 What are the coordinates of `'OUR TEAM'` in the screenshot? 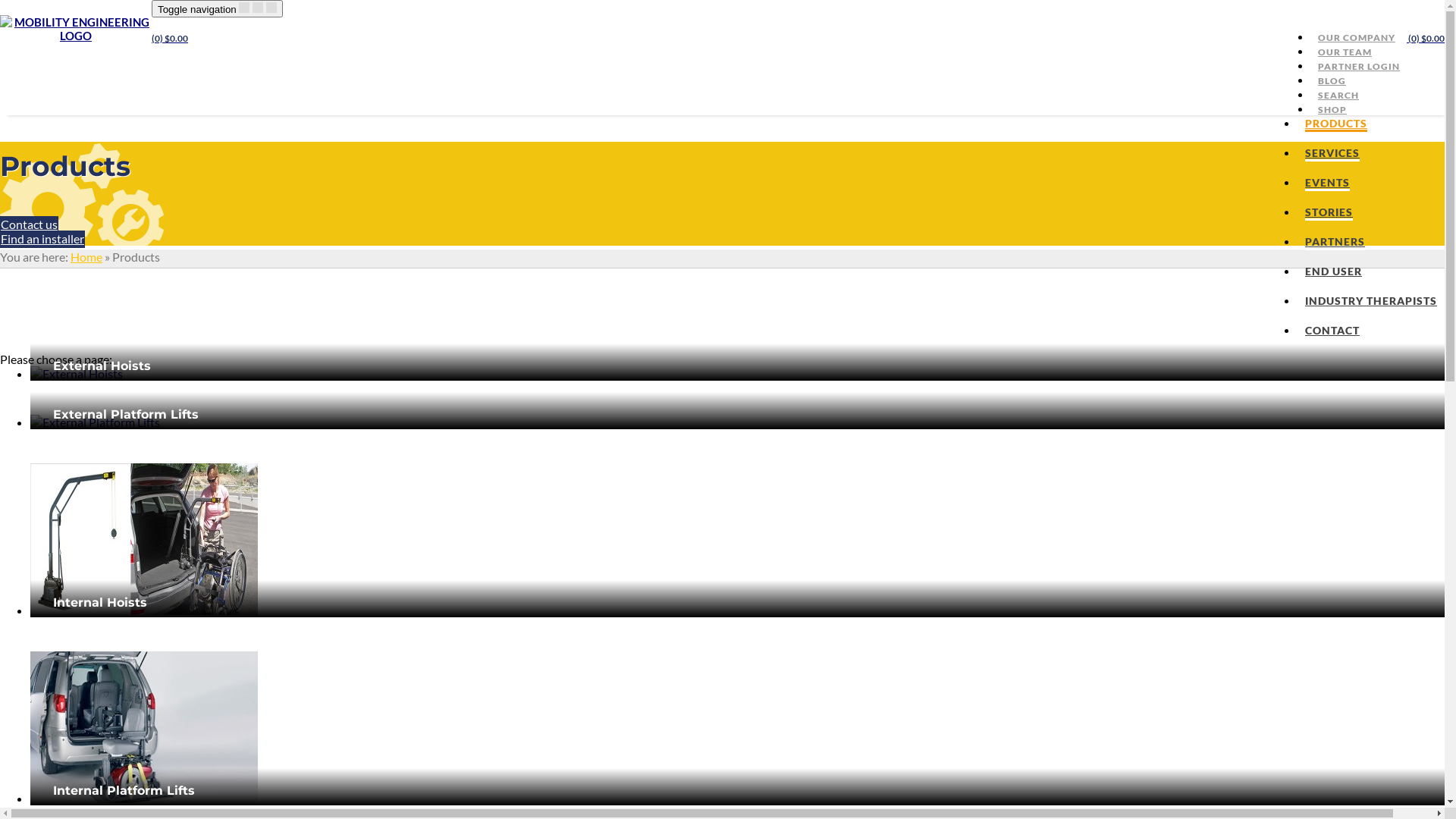 It's located at (1345, 51).